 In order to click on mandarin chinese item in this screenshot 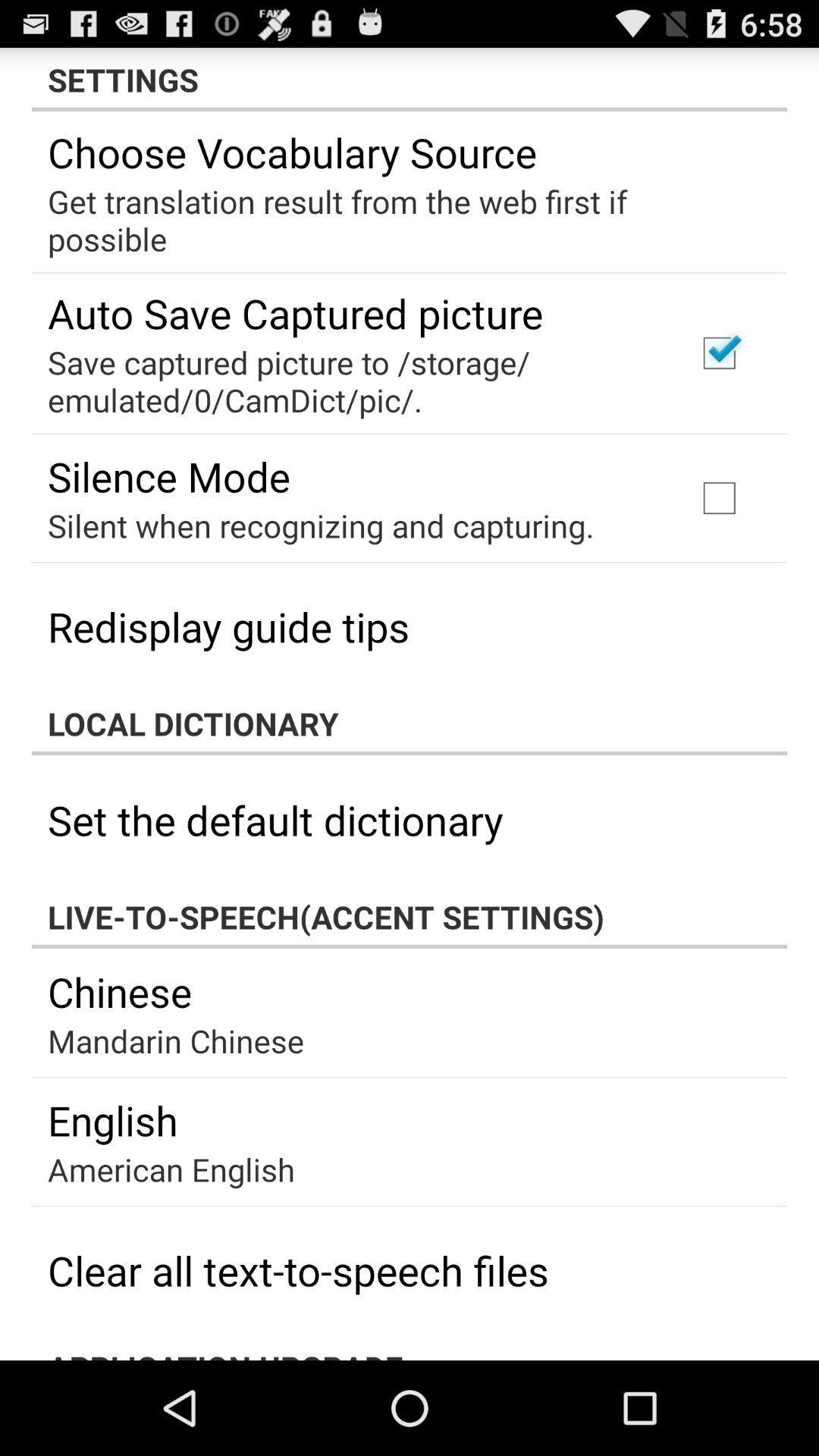, I will do `click(175, 1040)`.